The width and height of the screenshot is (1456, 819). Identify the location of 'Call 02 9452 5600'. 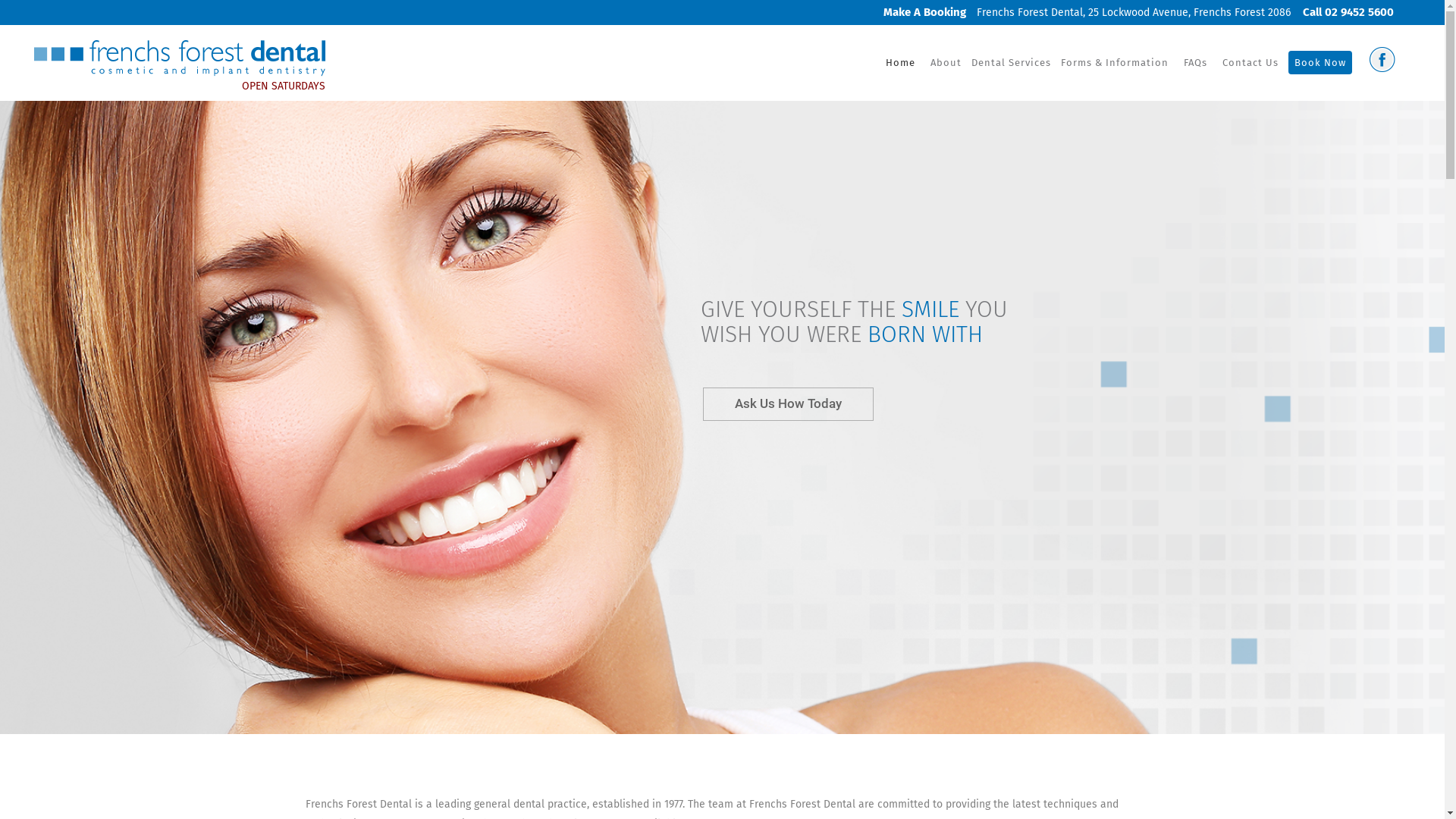
(1343, 11).